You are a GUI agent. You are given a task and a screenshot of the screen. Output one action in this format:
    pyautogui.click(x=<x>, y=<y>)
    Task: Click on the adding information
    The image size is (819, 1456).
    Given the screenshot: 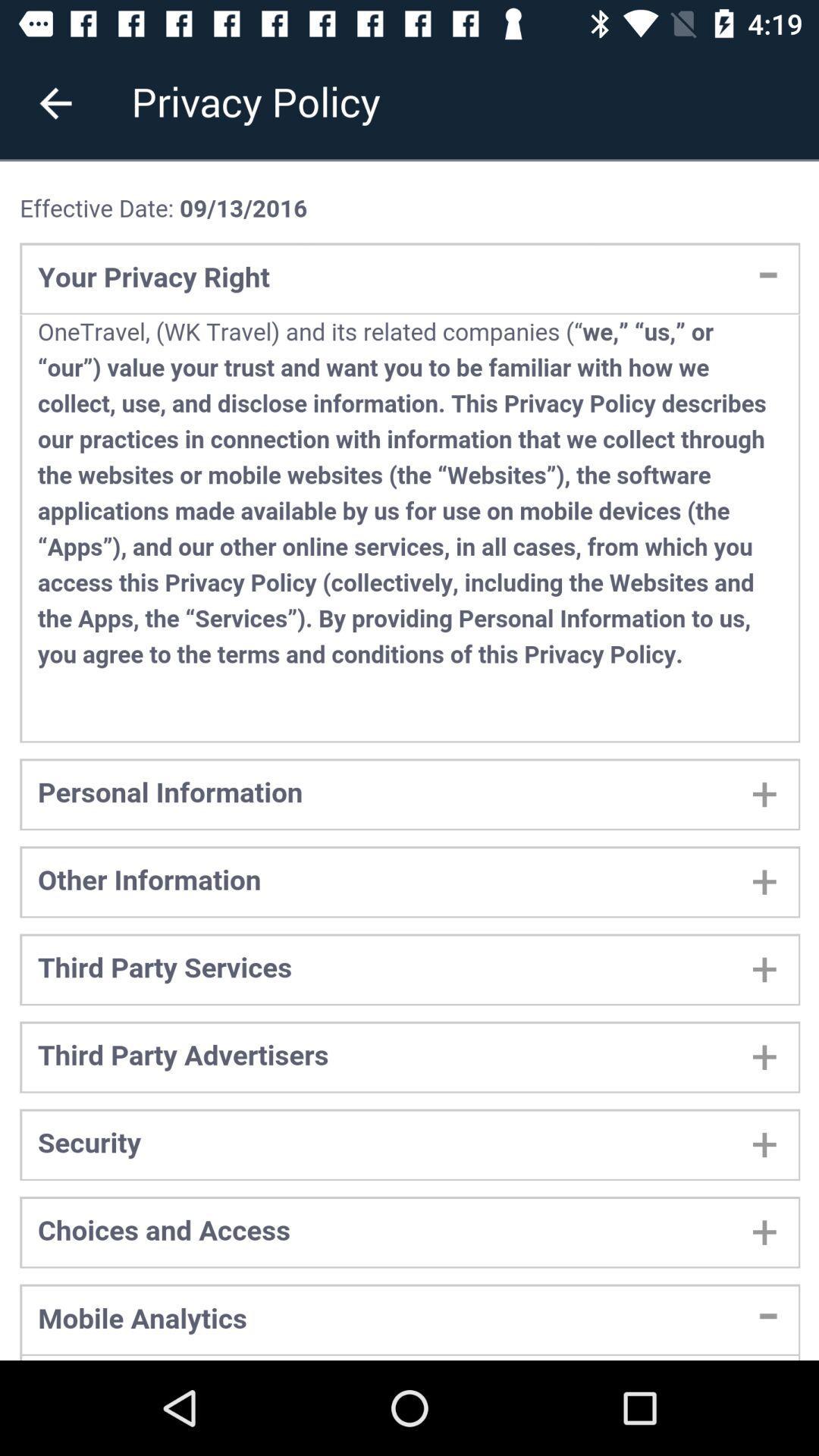 What is the action you would take?
    pyautogui.click(x=409, y=761)
    